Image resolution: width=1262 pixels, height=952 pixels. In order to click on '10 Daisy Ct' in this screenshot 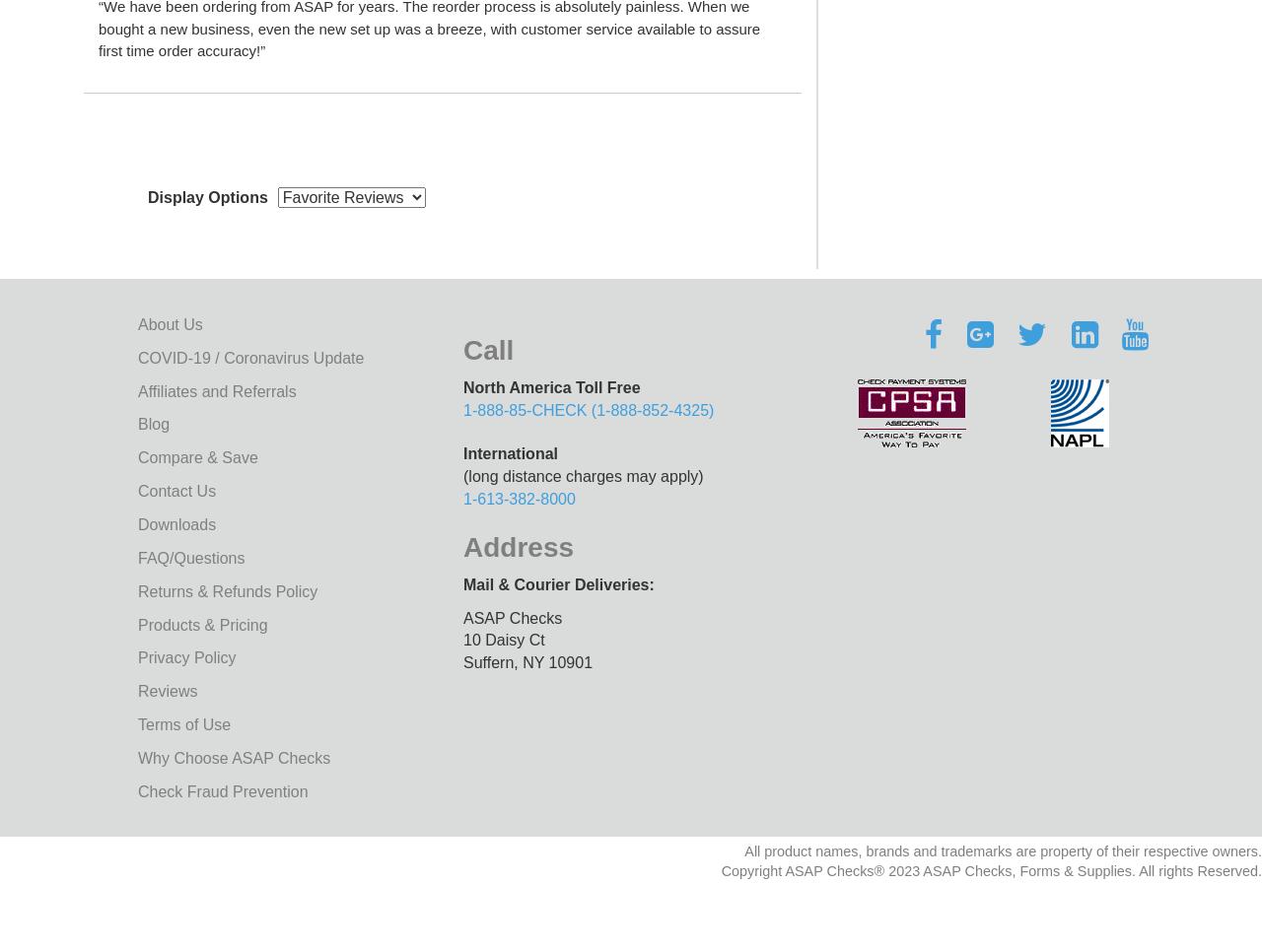, I will do `click(503, 639)`.